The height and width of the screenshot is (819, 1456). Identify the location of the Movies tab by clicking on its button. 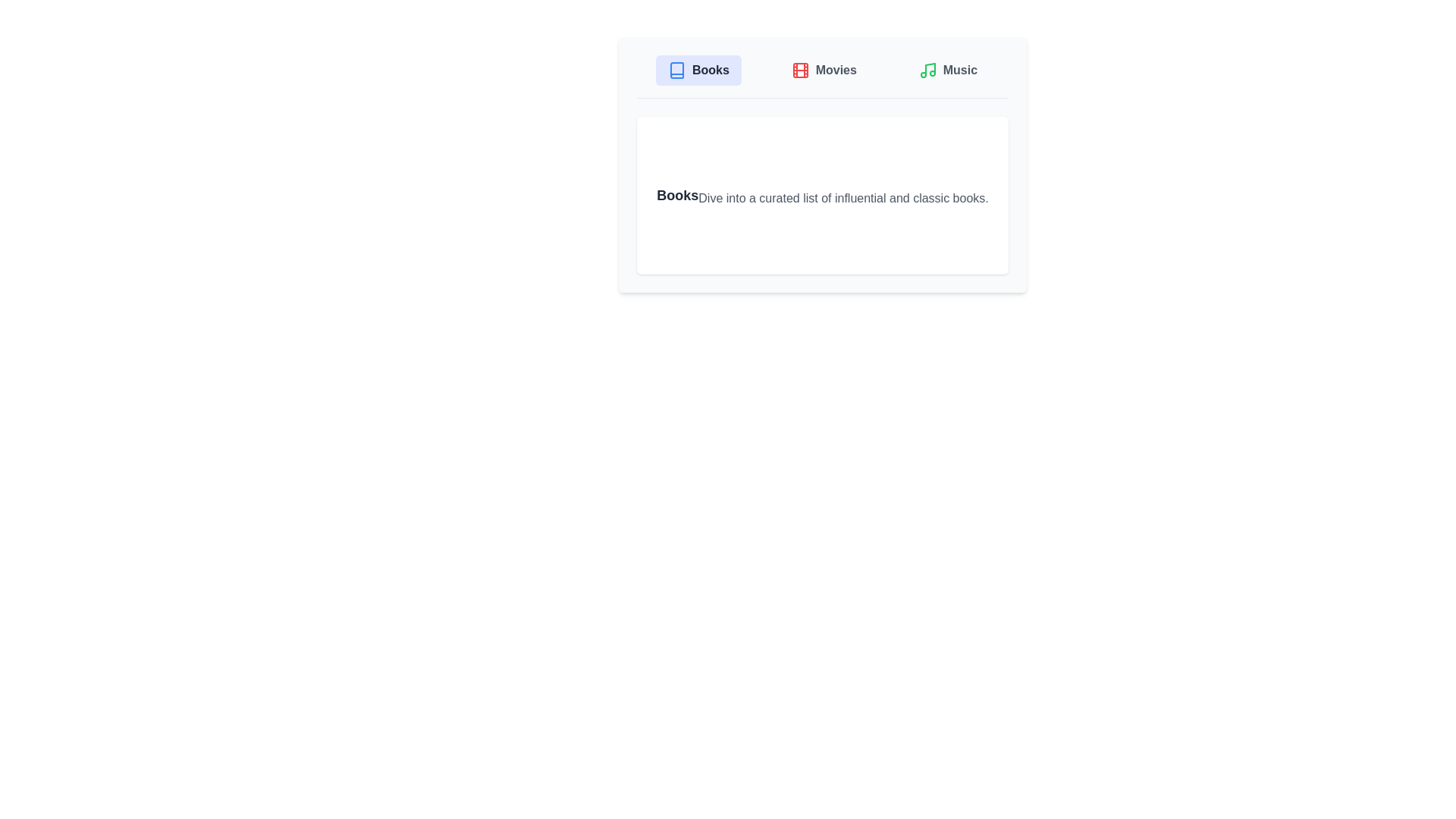
(823, 70).